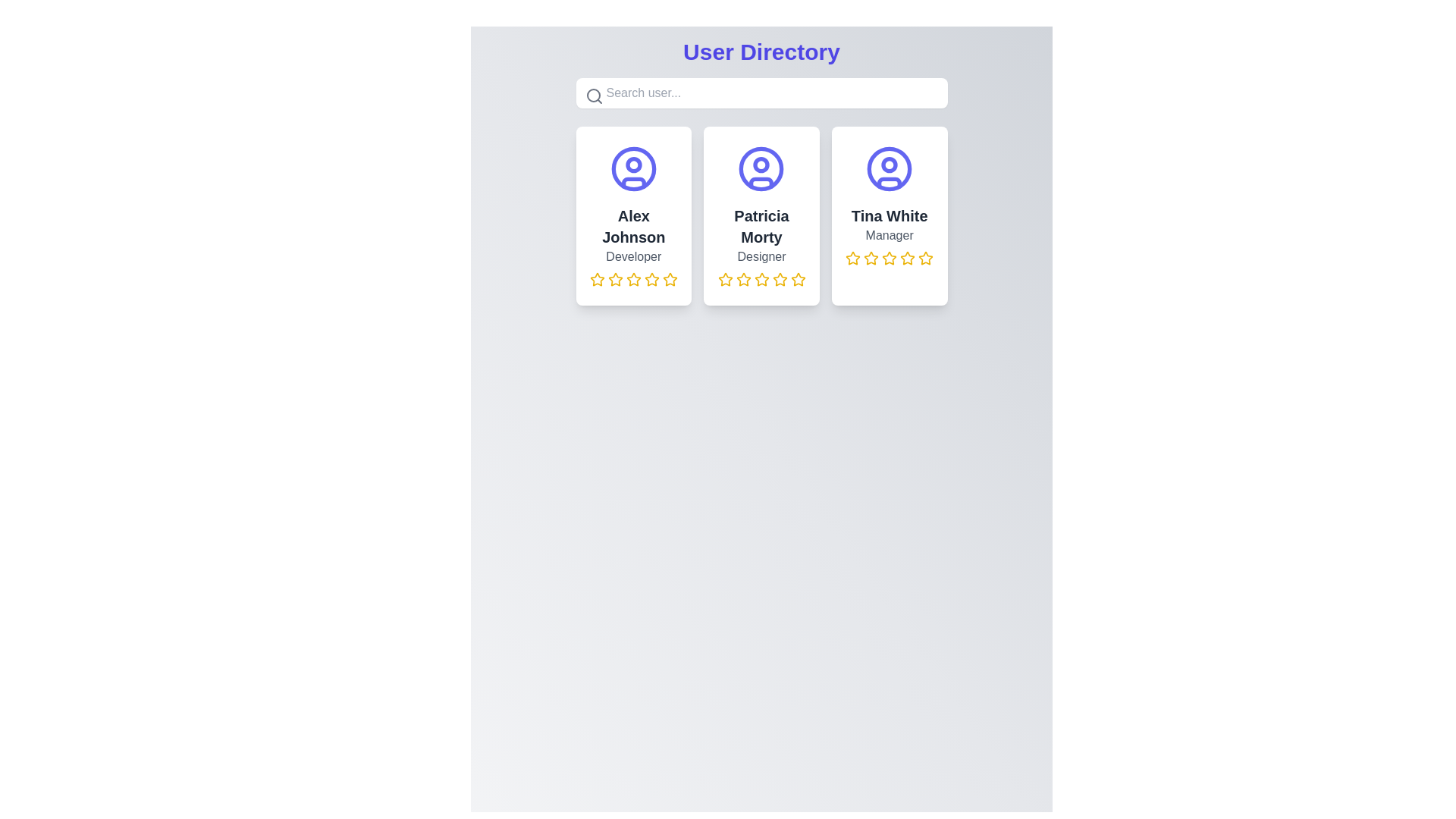 Image resolution: width=1456 pixels, height=819 pixels. What do you see at coordinates (797, 279) in the screenshot?
I see `the fifth interactive graphic rating star icon with a yellow border and empty center, located below the user profile for 'Patricia Morty', to rate with 5 stars` at bounding box center [797, 279].